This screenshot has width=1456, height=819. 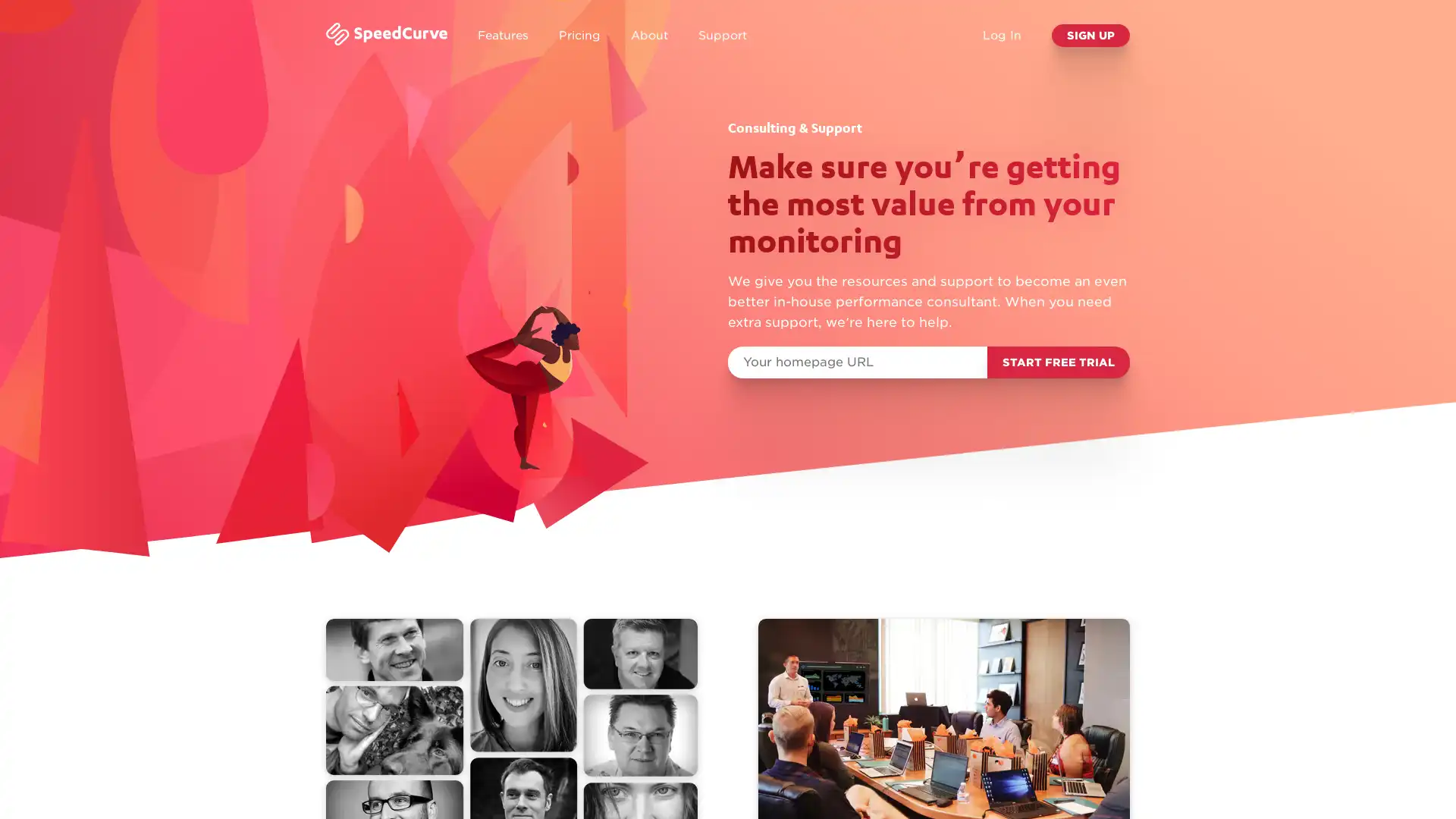 What do you see at coordinates (1058, 362) in the screenshot?
I see `Start free trial` at bounding box center [1058, 362].